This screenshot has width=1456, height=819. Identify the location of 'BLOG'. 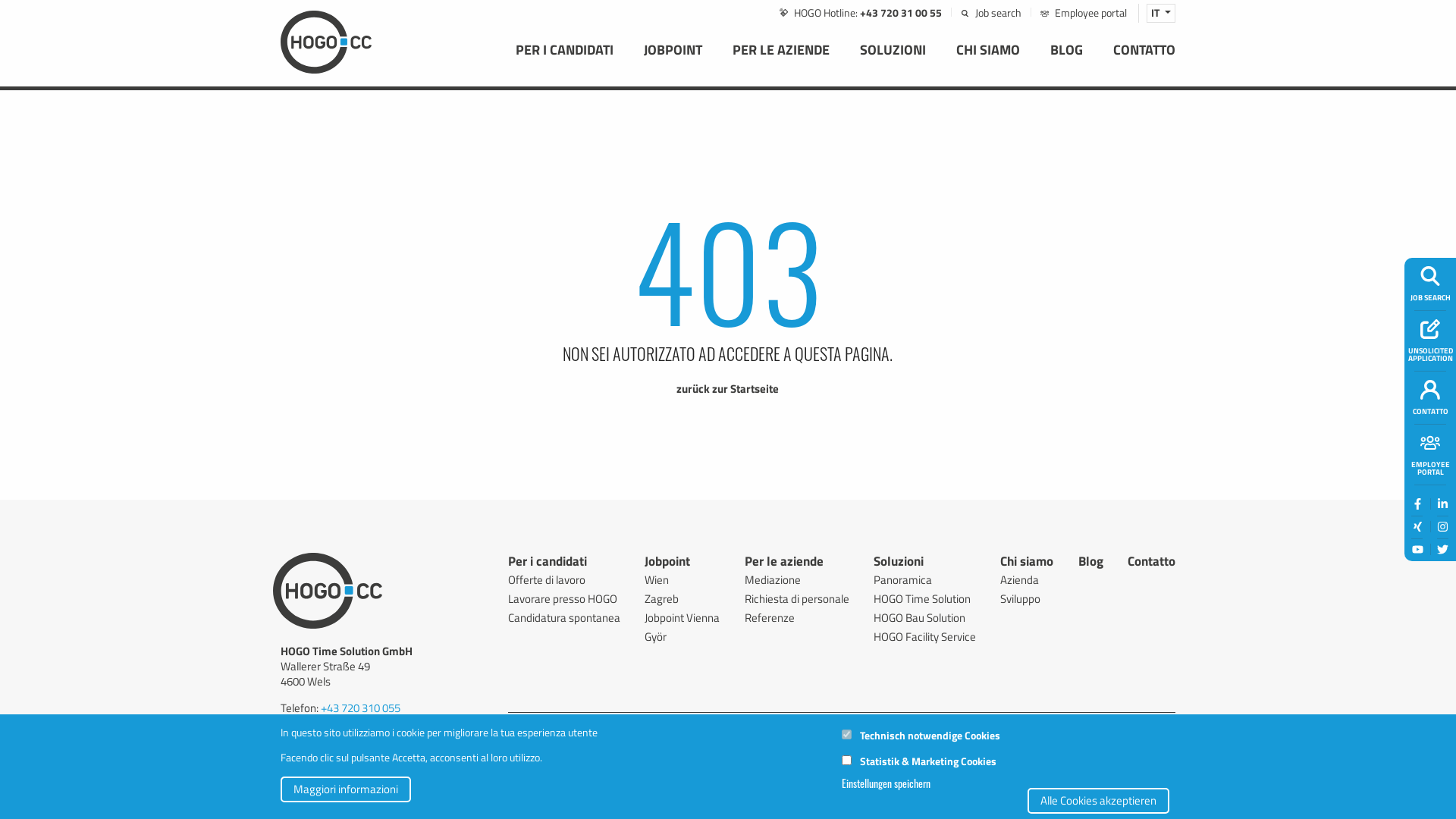
(1034, 59).